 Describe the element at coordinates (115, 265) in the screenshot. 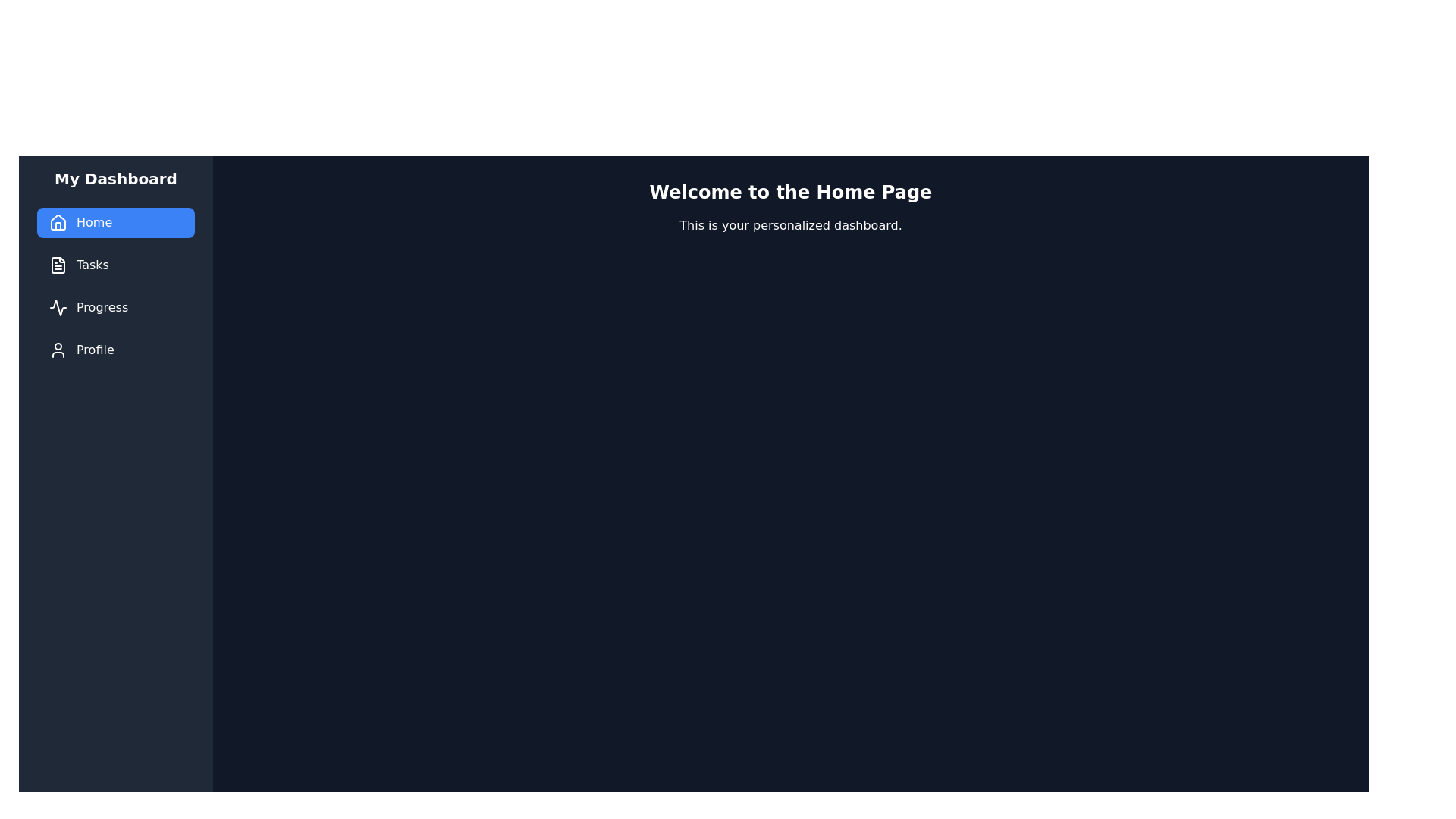

I see `the 'Tasks' button located in the vertical menu under 'My Dashboard'` at that location.